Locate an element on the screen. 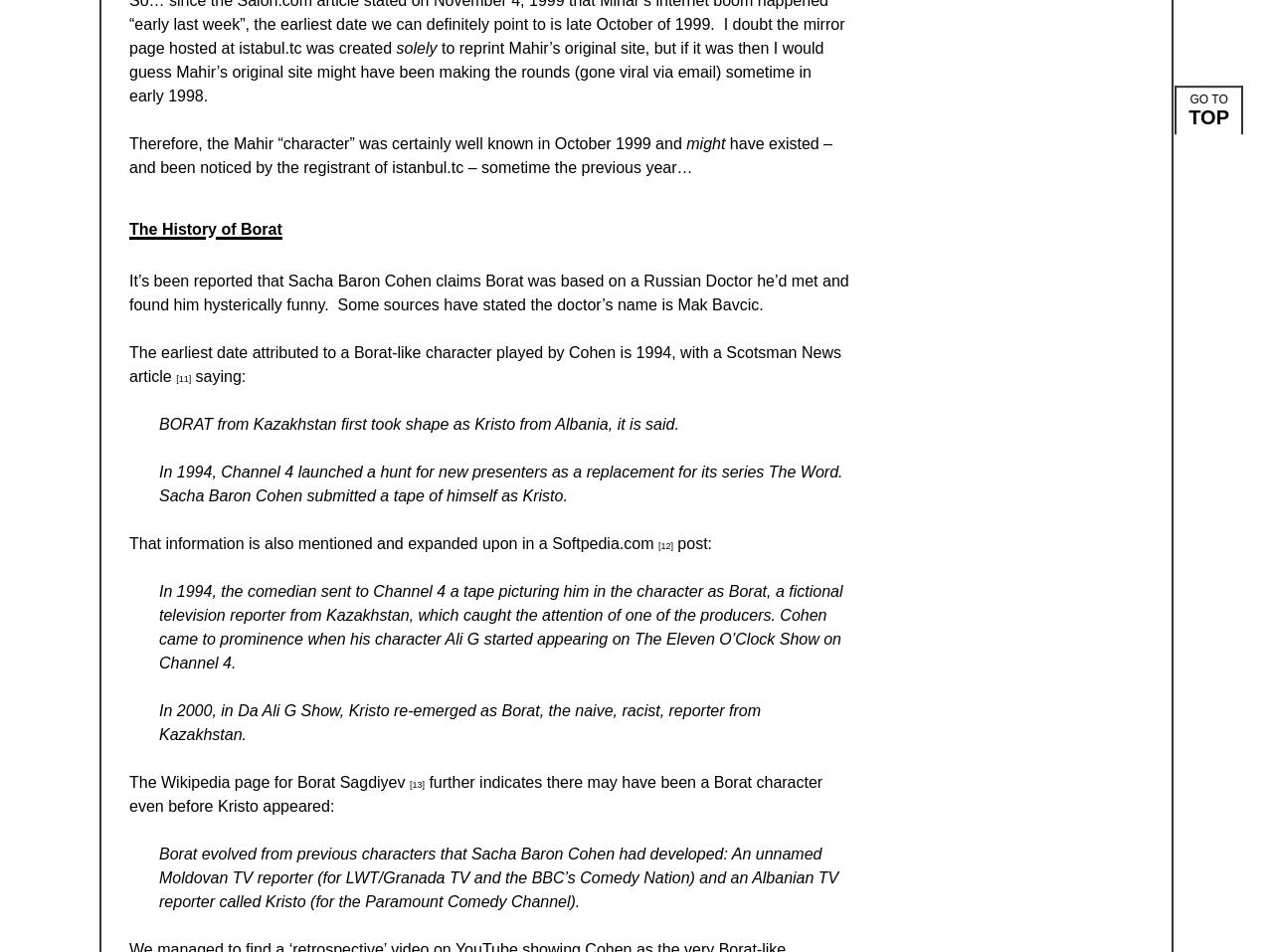 The height and width of the screenshot is (952, 1273). 'In 1994, the comedian sent to Channel 4 a tape picturing him in the character as Borat, a fictional television reporter from Kazakhstan, which caught the attention of one of the producers. Cohen came to prominence when his character Ali G started appearing on The Eleven O’Clock Show on Channel 4.' is located at coordinates (500, 625).